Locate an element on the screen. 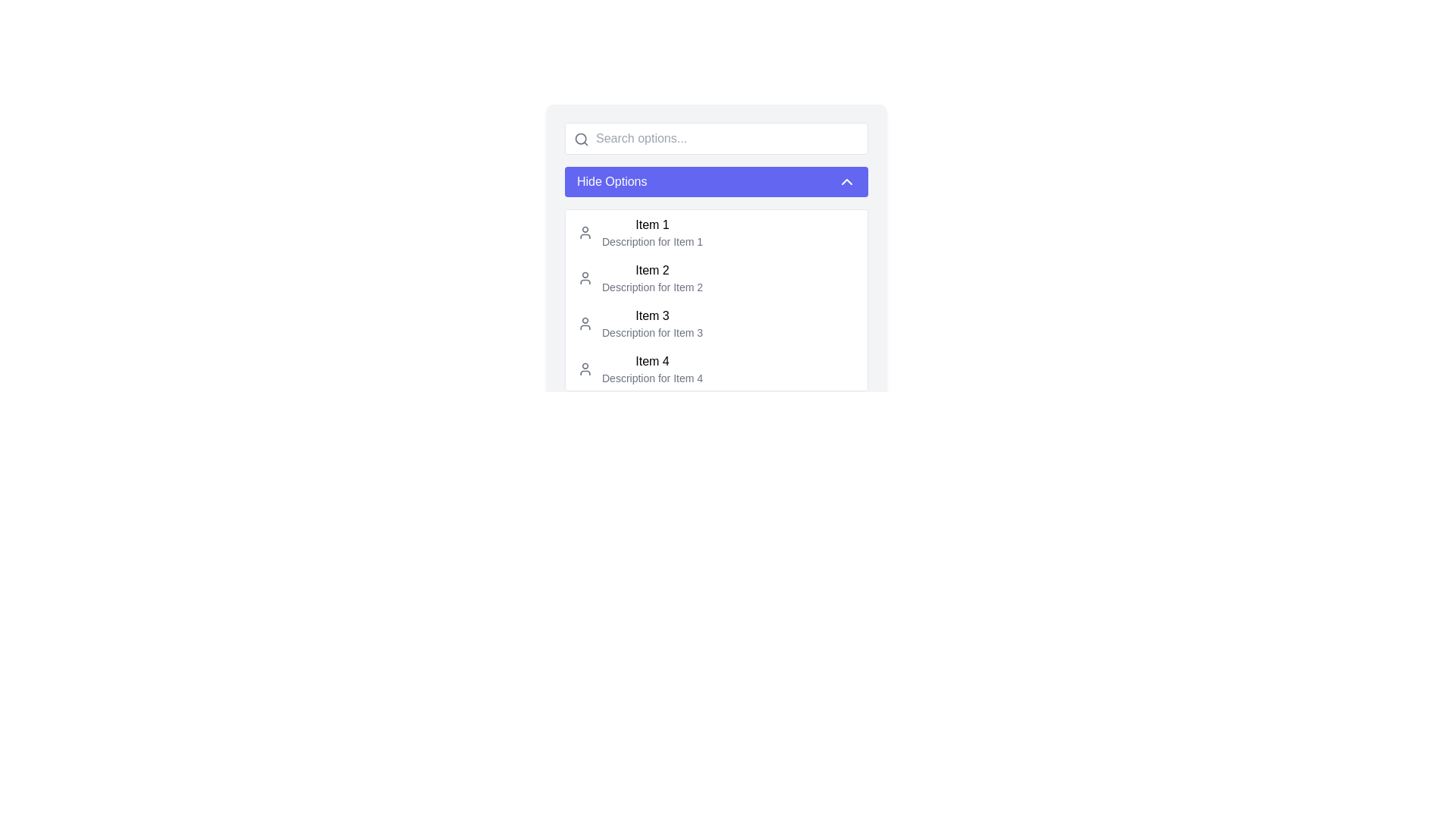 This screenshot has width=1456, height=819. the text block containing 'Item 2' and 'Description for Item 2', which is the second entry in the list is located at coordinates (652, 278).